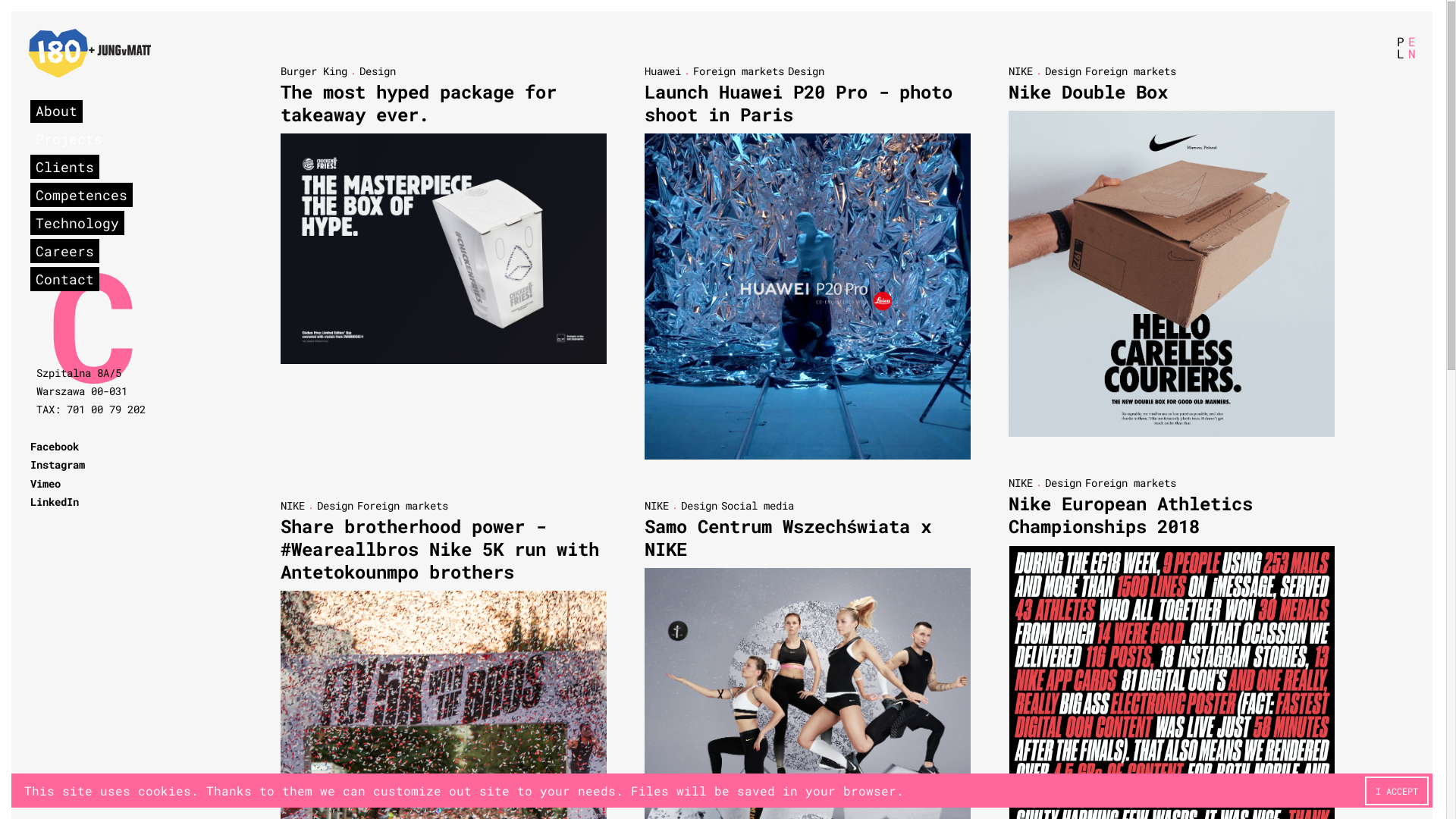  I want to click on 'LinkedIn', so click(30, 503).